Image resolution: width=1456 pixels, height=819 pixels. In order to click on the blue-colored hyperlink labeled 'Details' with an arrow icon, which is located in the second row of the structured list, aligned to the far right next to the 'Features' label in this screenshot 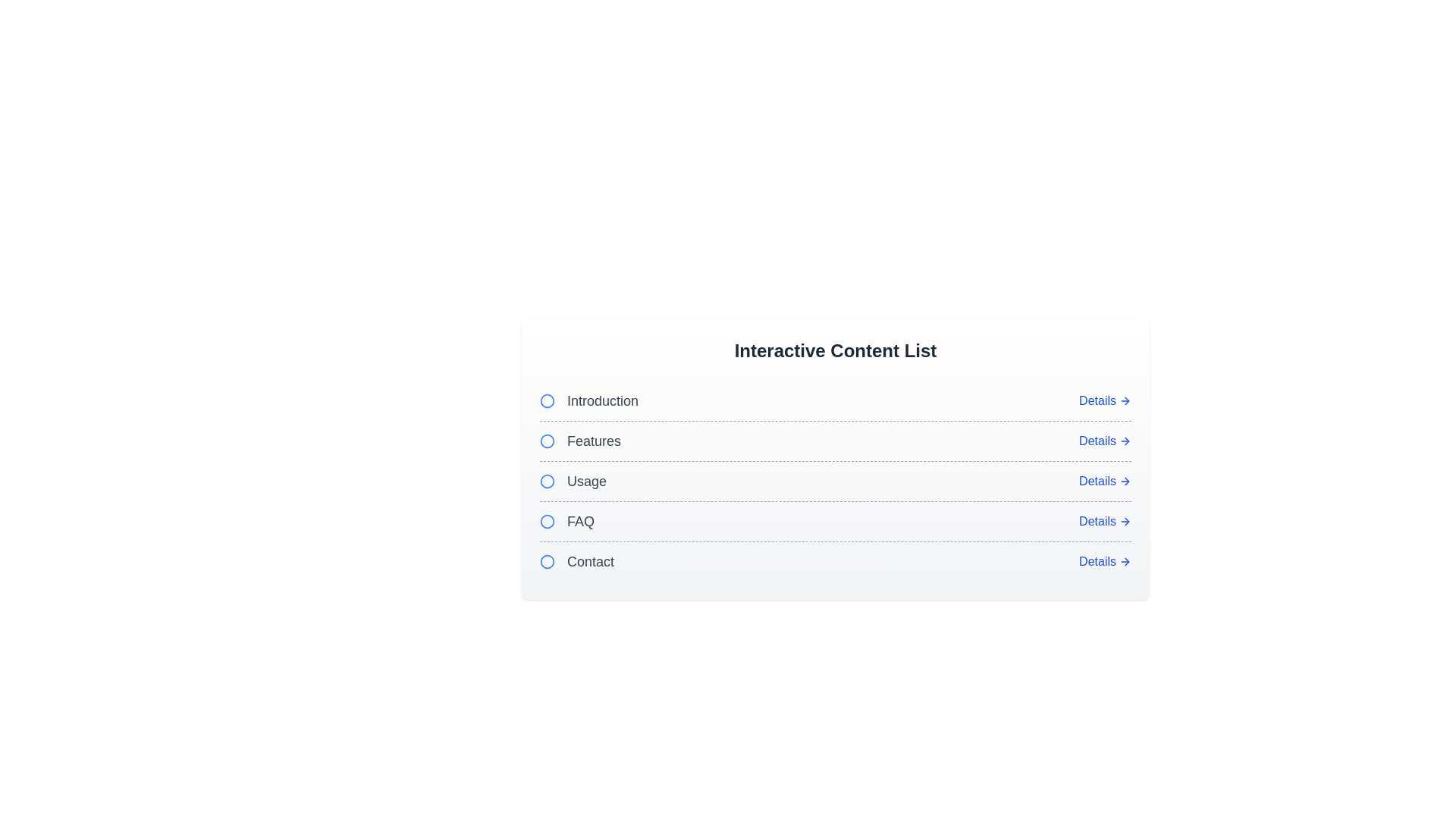, I will do `click(1105, 441)`.